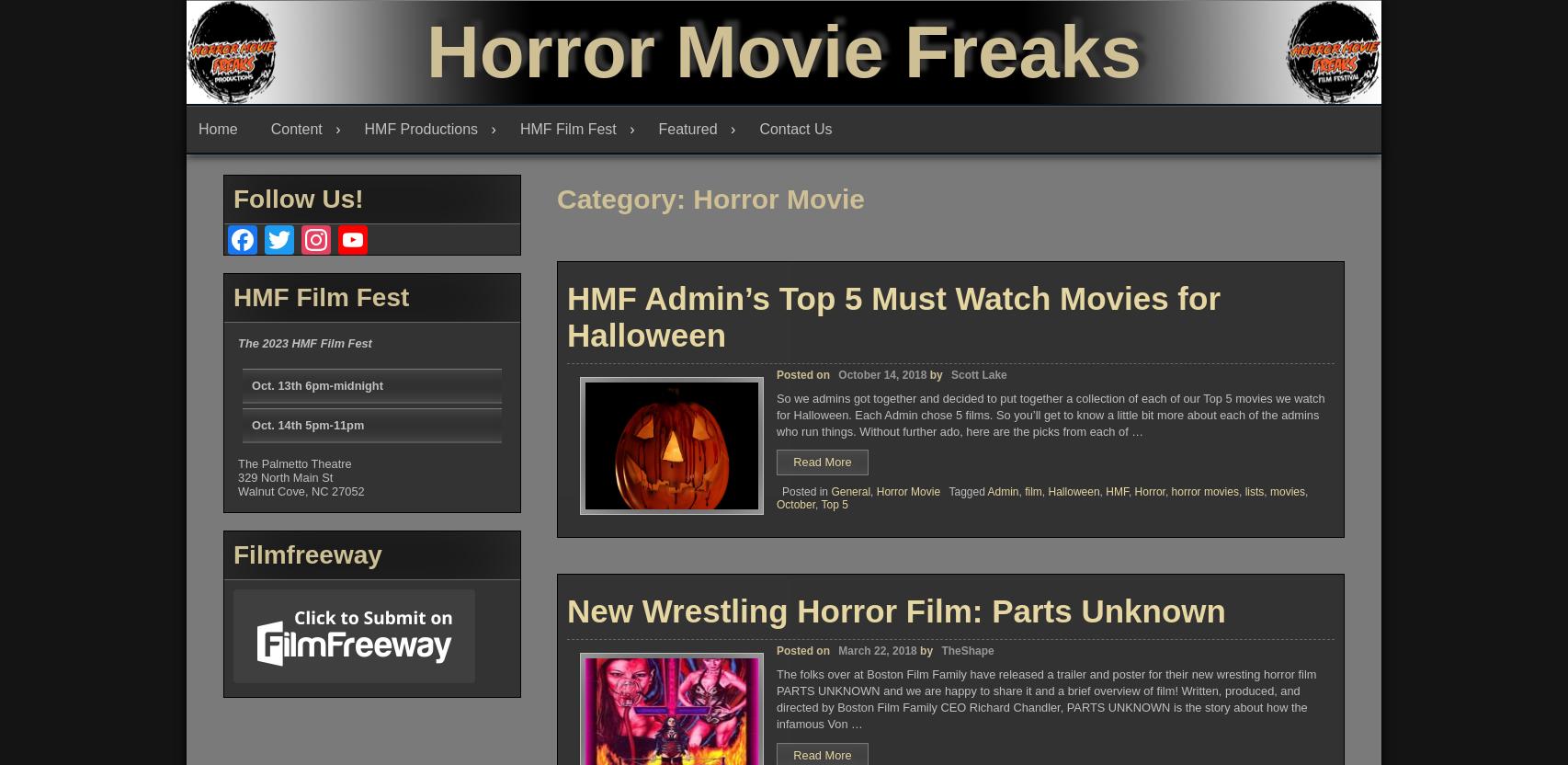  What do you see at coordinates (343, 313) in the screenshot?
I see `'Instagram'` at bounding box center [343, 313].